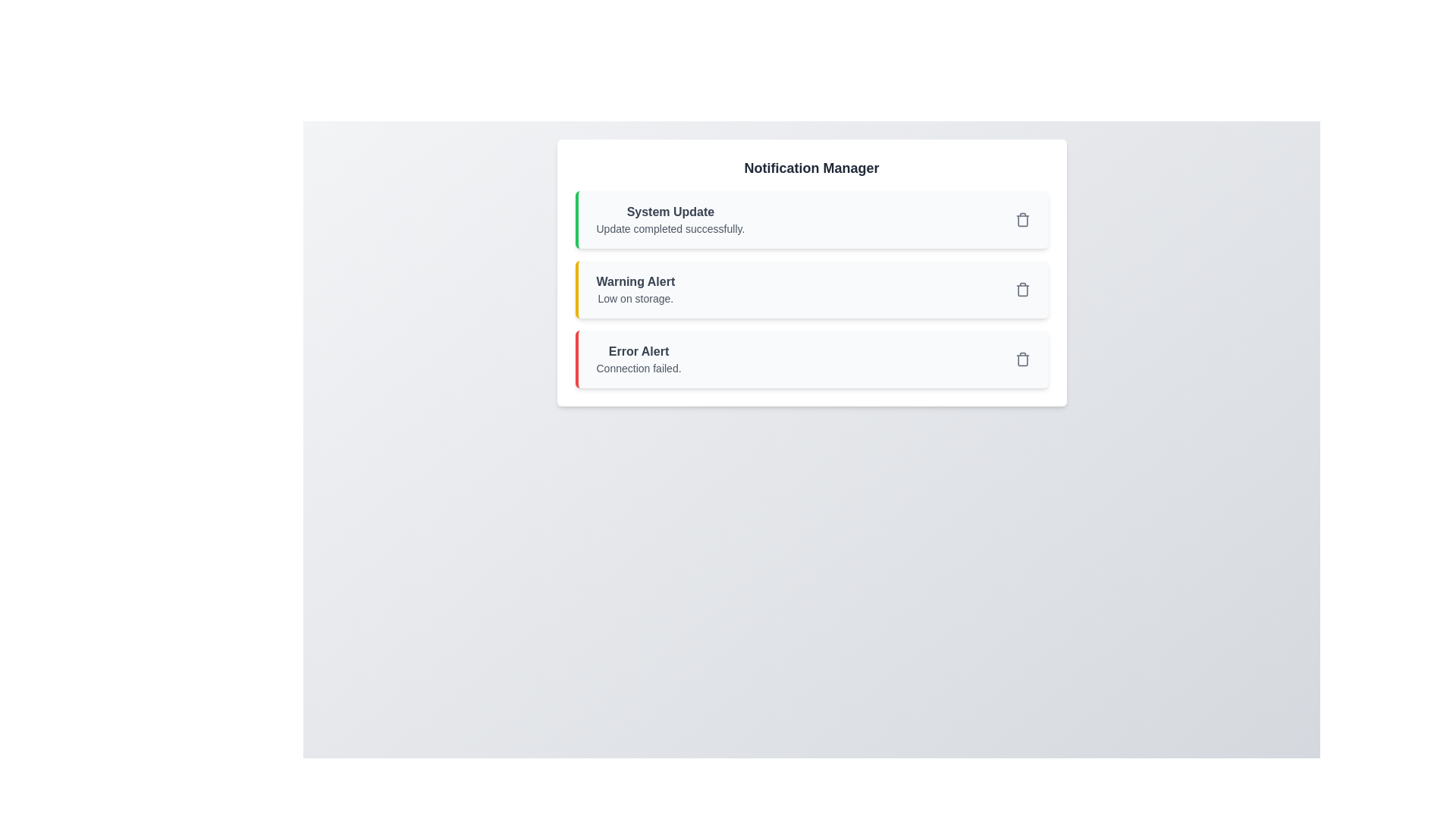  Describe the element at coordinates (1022, 219) in the screenshot. I see `the trash can icon button located in the top notification card titled 'System Update'` at that location.